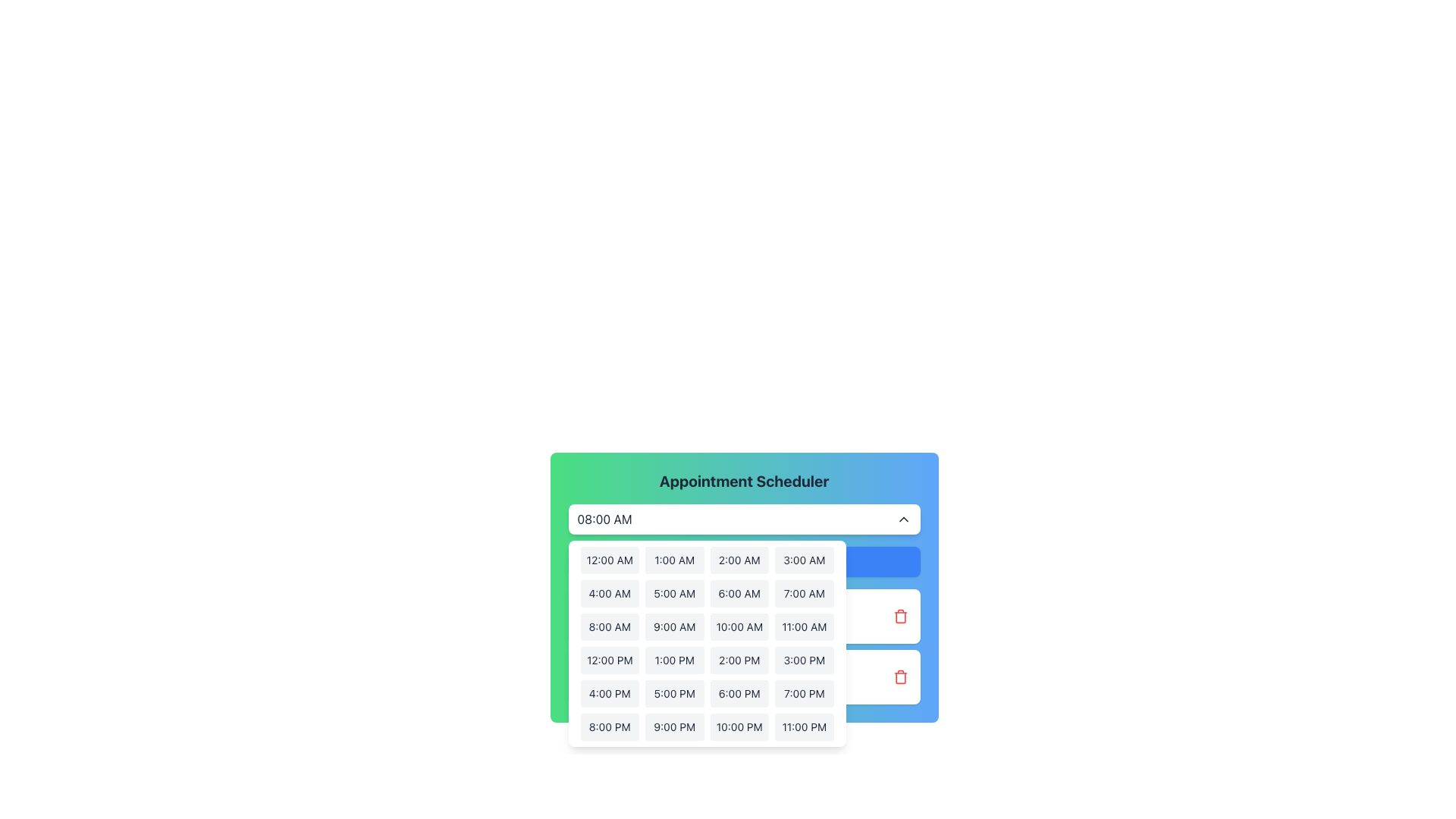  What do you see at coordinates (739, 626) in the screenshot?
I see `the button that selects the time '10:00 AM' in the second row, third column of the dropdown grid to change its background color` at bounding box center [739, 626].